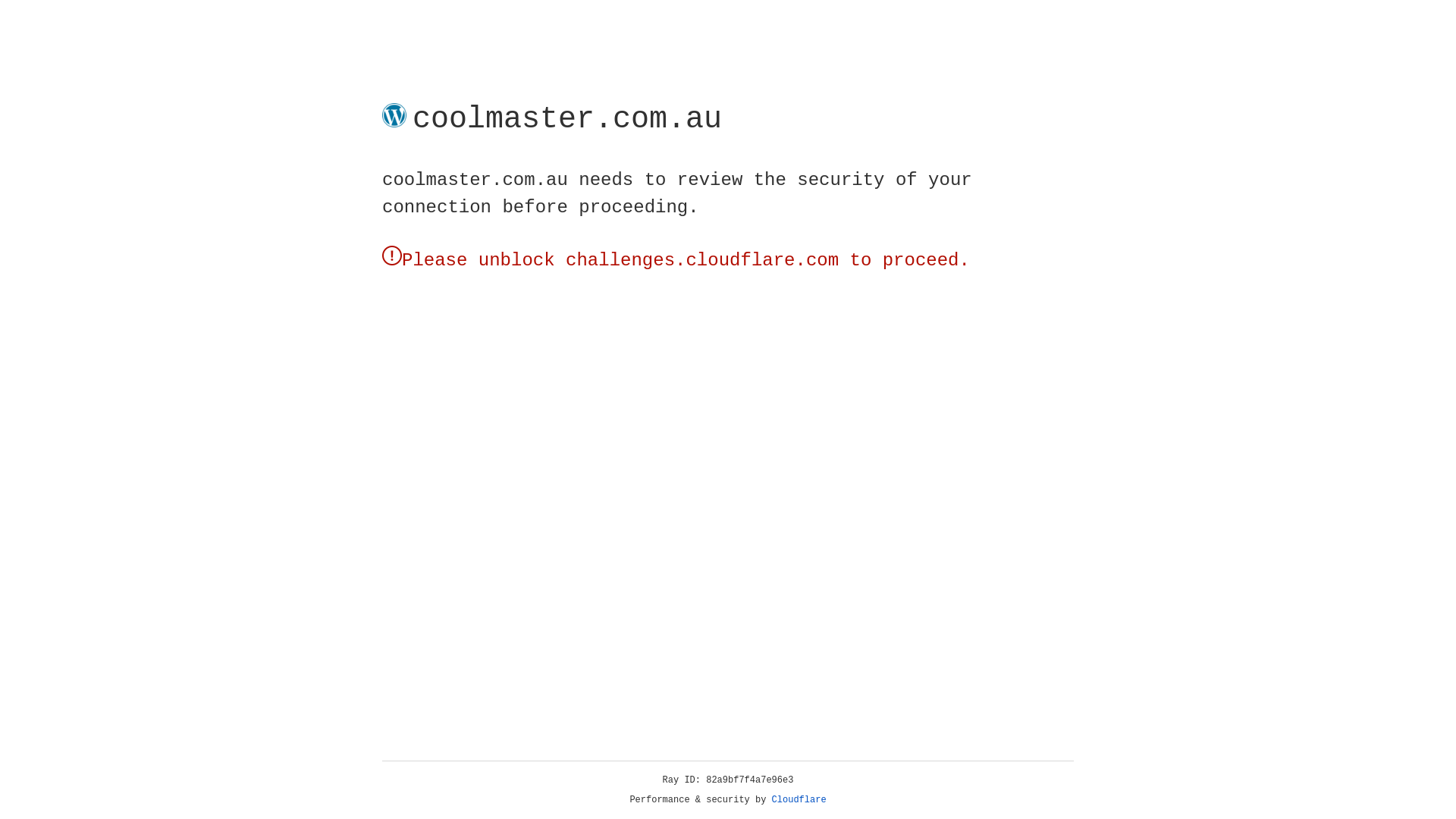  What do you see at coordinates (799, 799) in the screenshot?
I see `'Cloudflare'` at bounding box center [799, 799].